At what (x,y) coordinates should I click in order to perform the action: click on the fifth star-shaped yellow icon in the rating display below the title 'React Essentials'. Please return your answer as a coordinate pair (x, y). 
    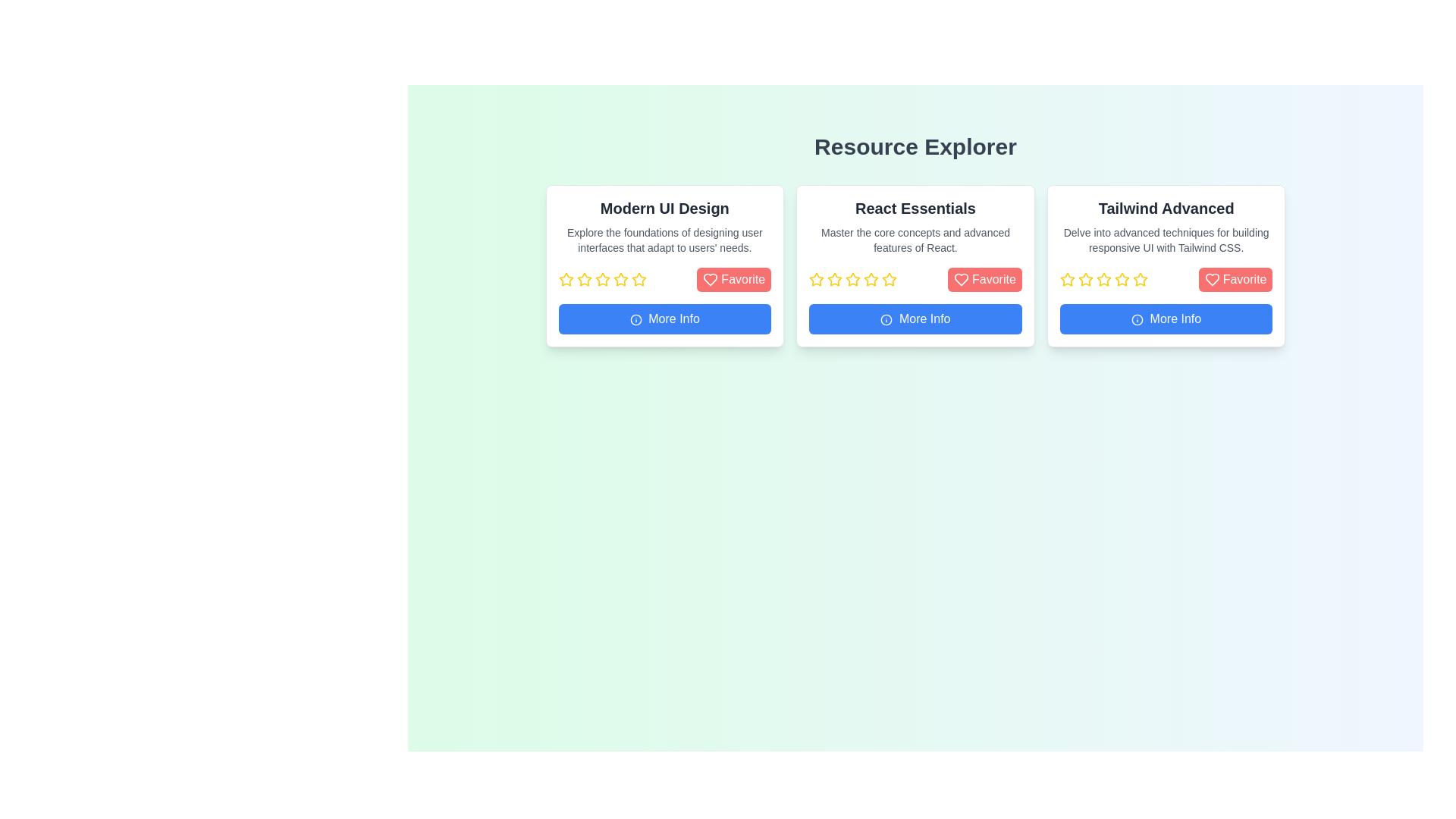
    Looking at the image, I should click on (871, 280).